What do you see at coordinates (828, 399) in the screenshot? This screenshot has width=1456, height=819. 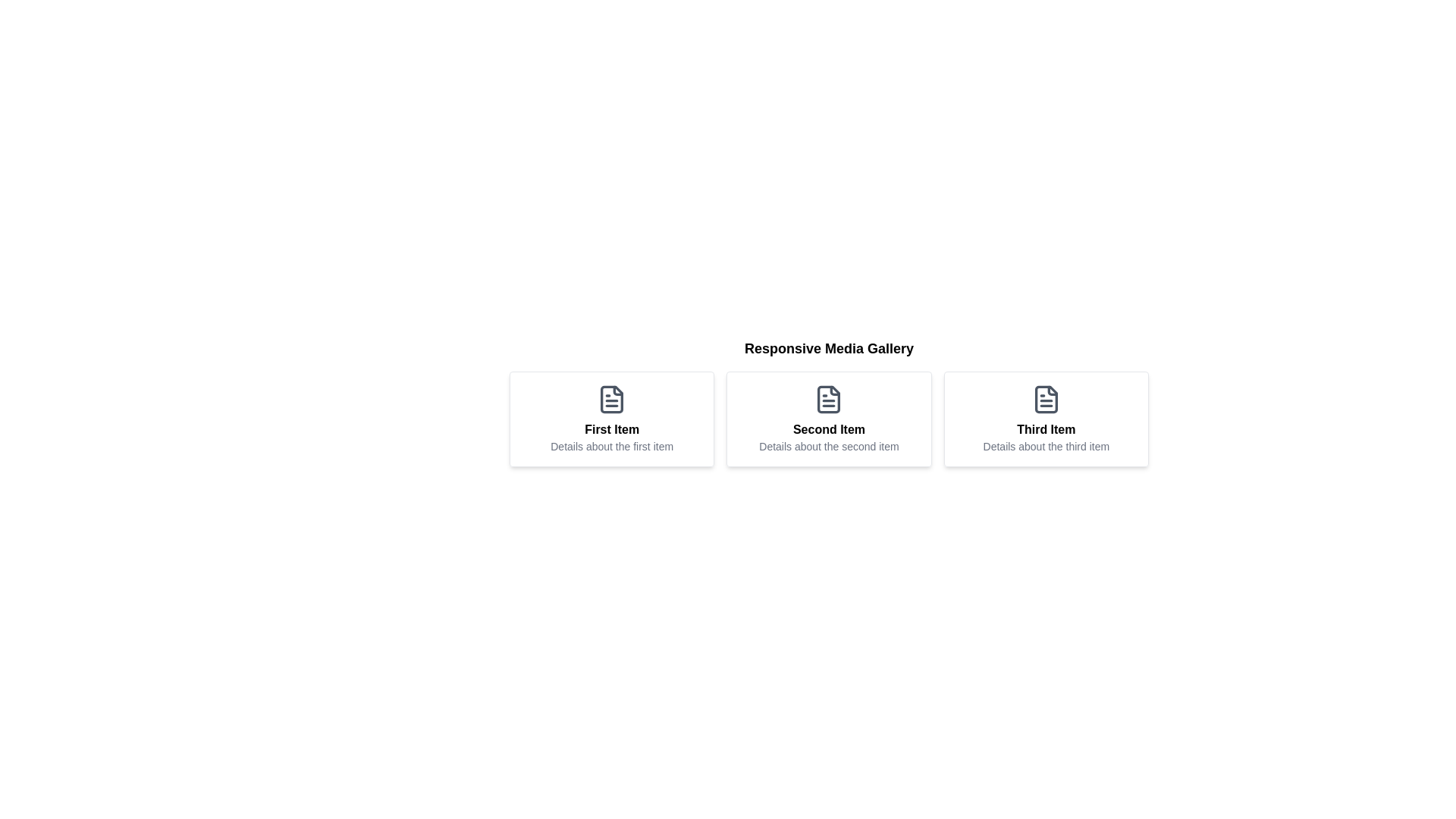 I see `the background of the file icon in the second center-aligned card under 'Responsive Media Gallery', labeled 'Second Item'` at bounding box center [828, 399].